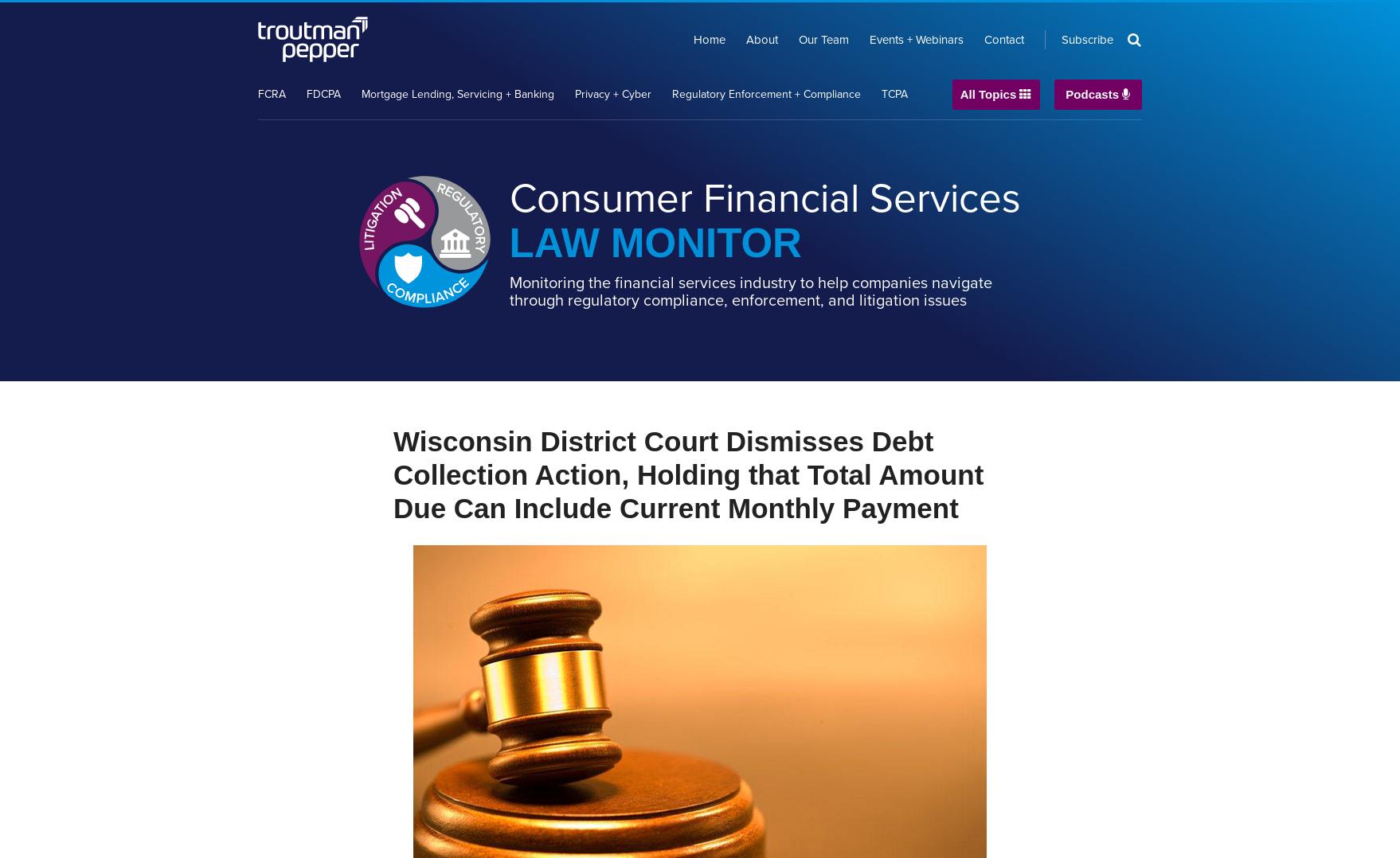 Image resolution: width=1400 pixels, height=858 pixels. Describe the element at coordinates (1091, 94) in the screenshot. I see `'Podcasts'` at that location.